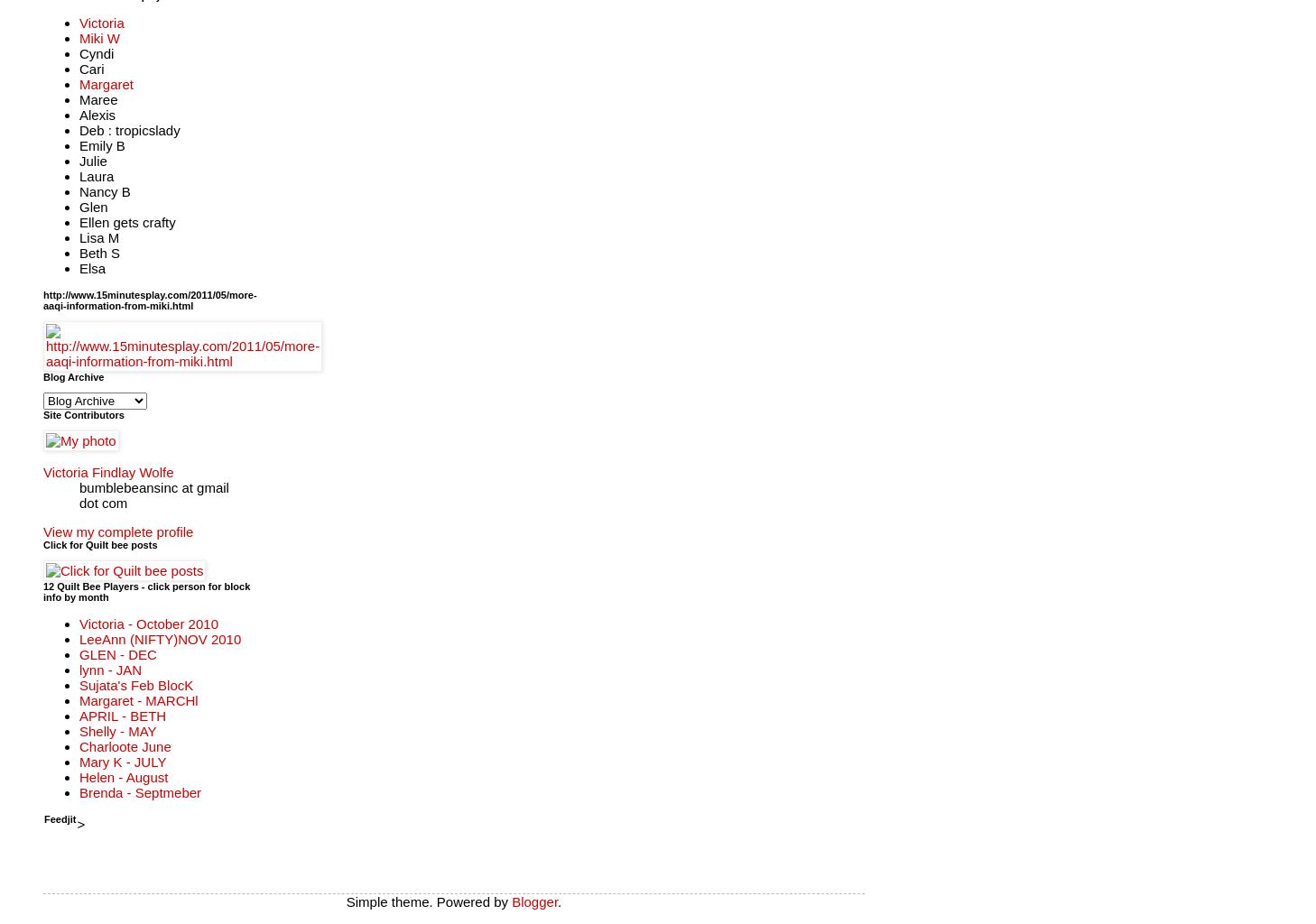  I want to click on 'Laura', so click(96, 175).